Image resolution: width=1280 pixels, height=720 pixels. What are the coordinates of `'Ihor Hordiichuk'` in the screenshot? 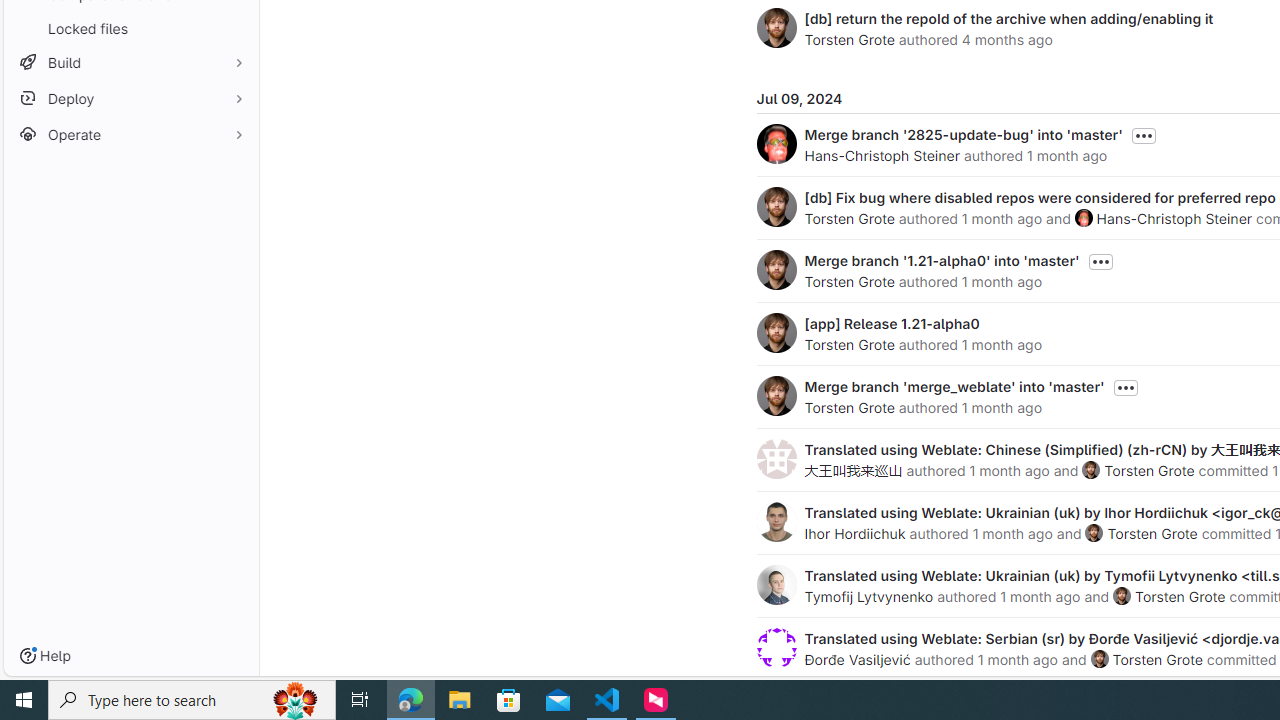 It's located at (855, 532).